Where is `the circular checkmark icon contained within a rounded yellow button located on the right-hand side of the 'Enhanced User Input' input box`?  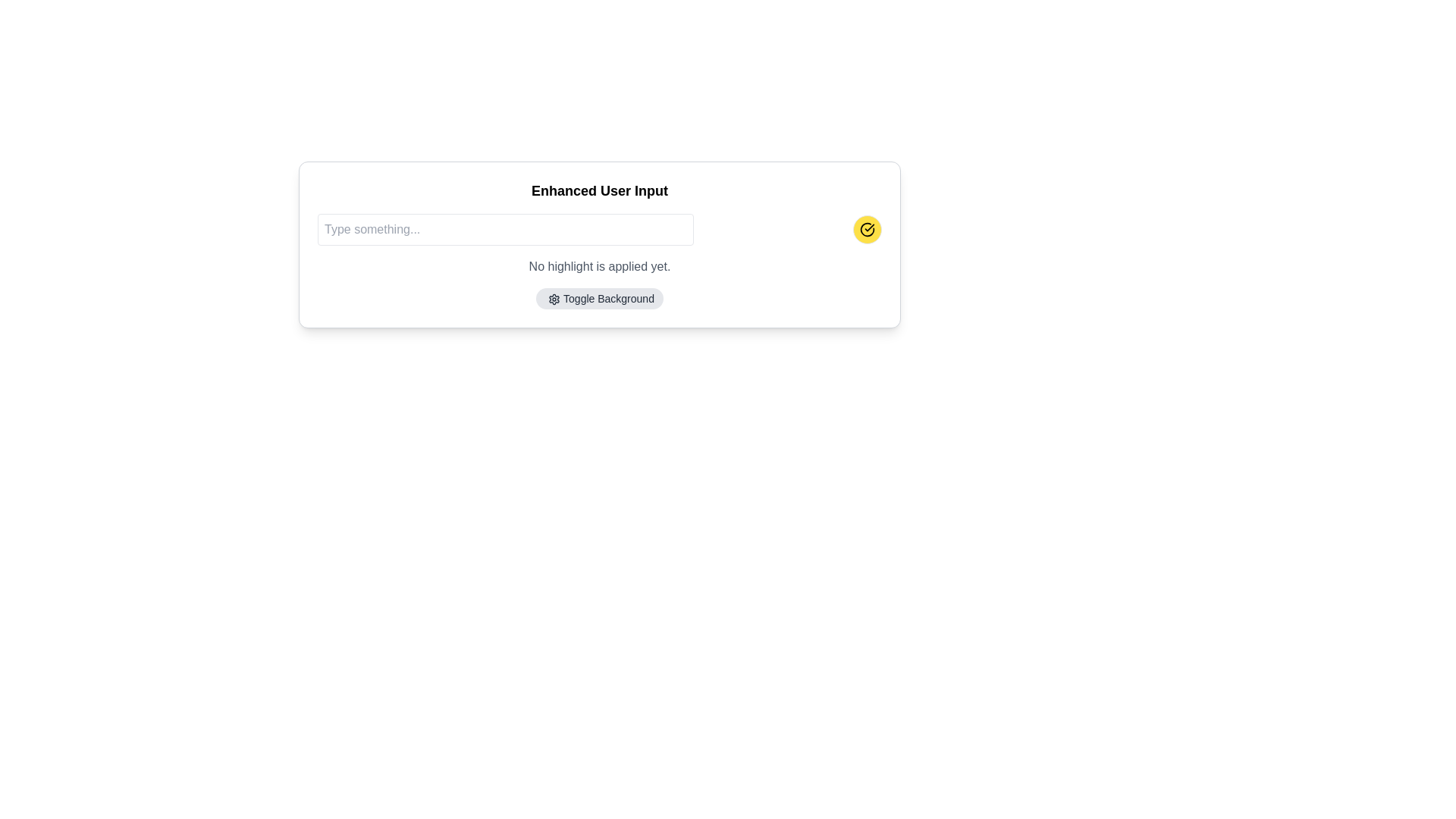
the circular checkmark icon contained within a rounded yellow button located on the right-hand side of the 'Enhanced User Input' input box is located at coordinates (867, 230).